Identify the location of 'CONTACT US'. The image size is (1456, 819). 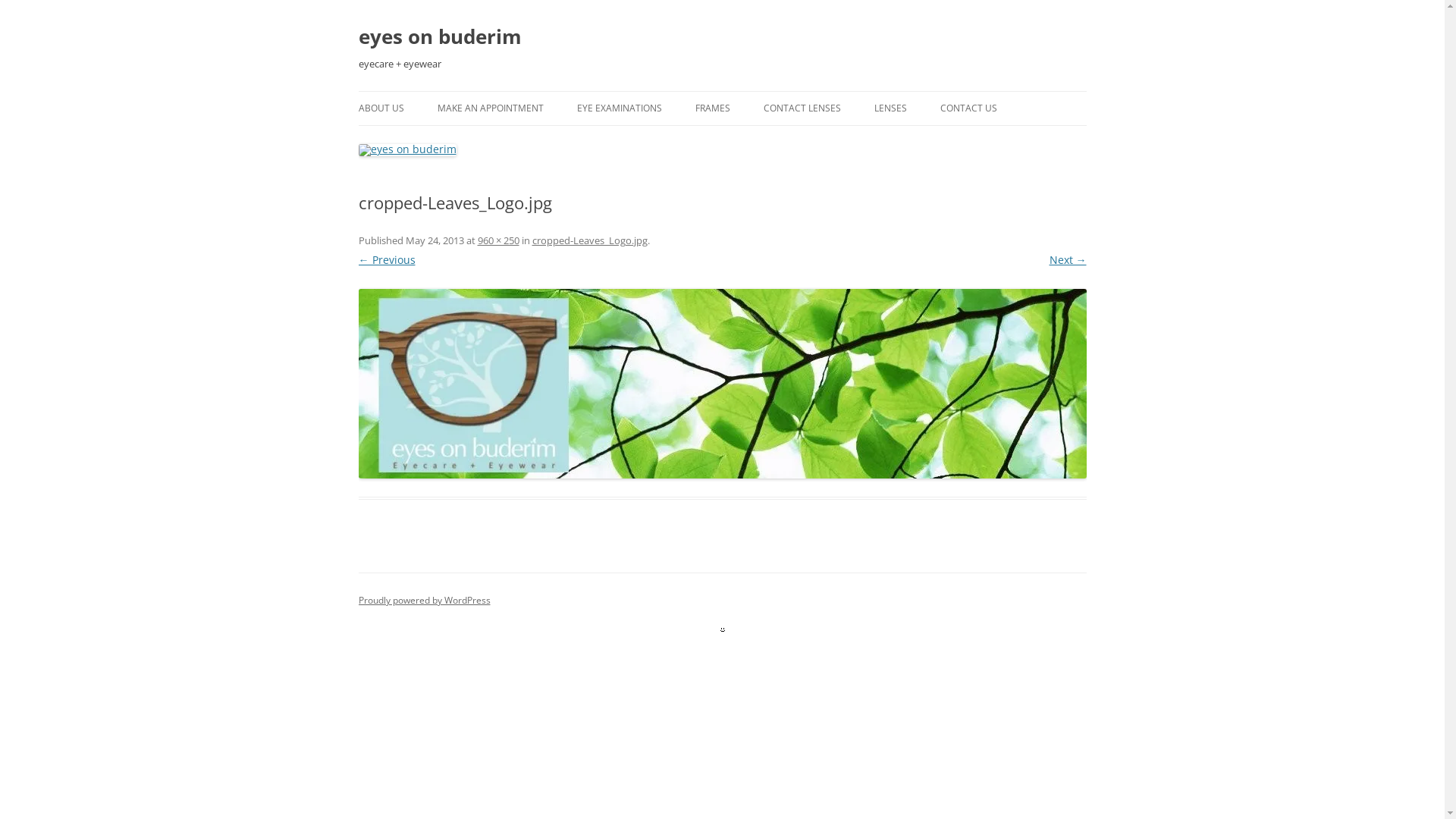
(968, 107).